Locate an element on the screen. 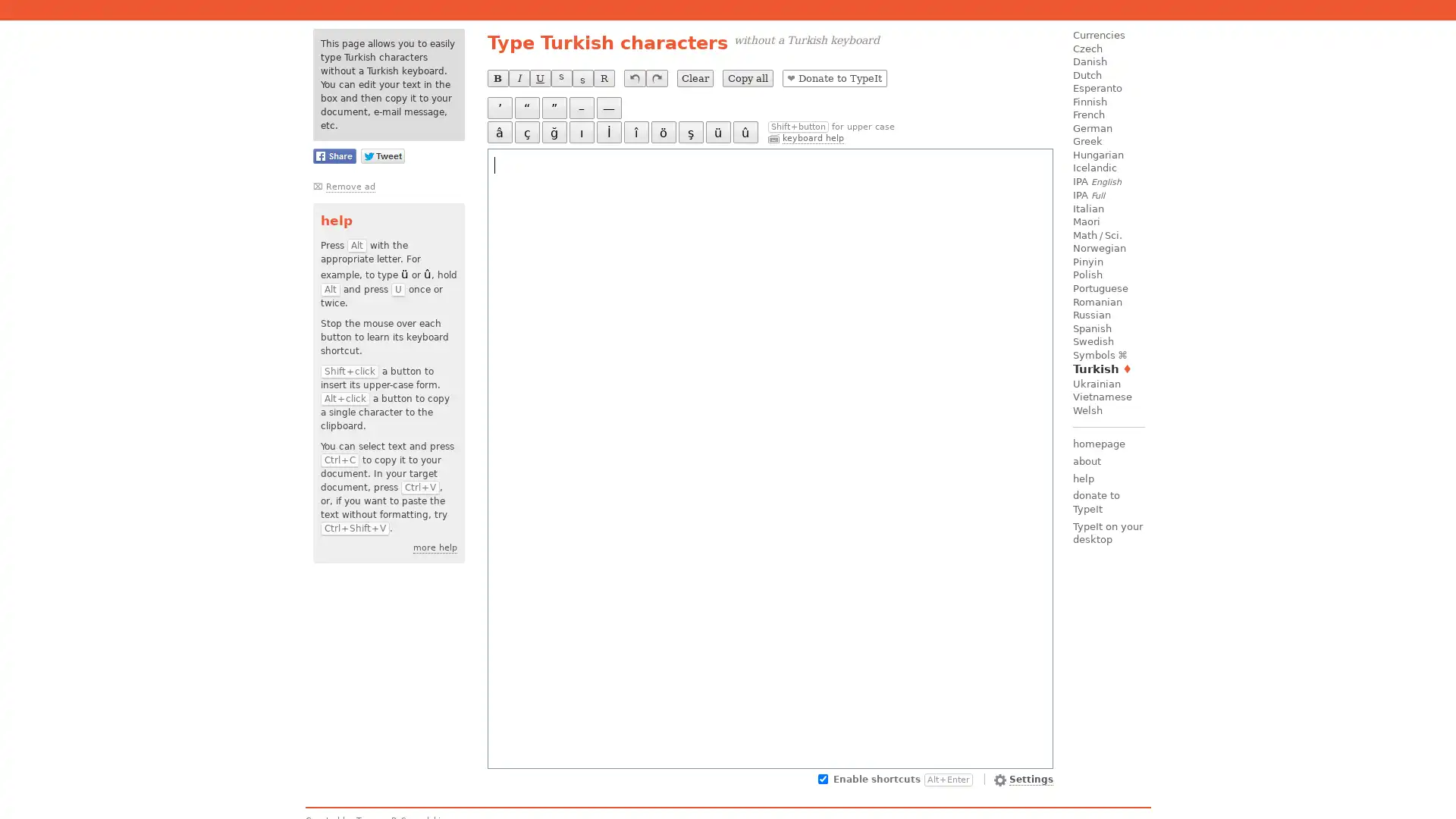 This screenshot has width=1456, height=819. i is located at coordinates (635, 131).